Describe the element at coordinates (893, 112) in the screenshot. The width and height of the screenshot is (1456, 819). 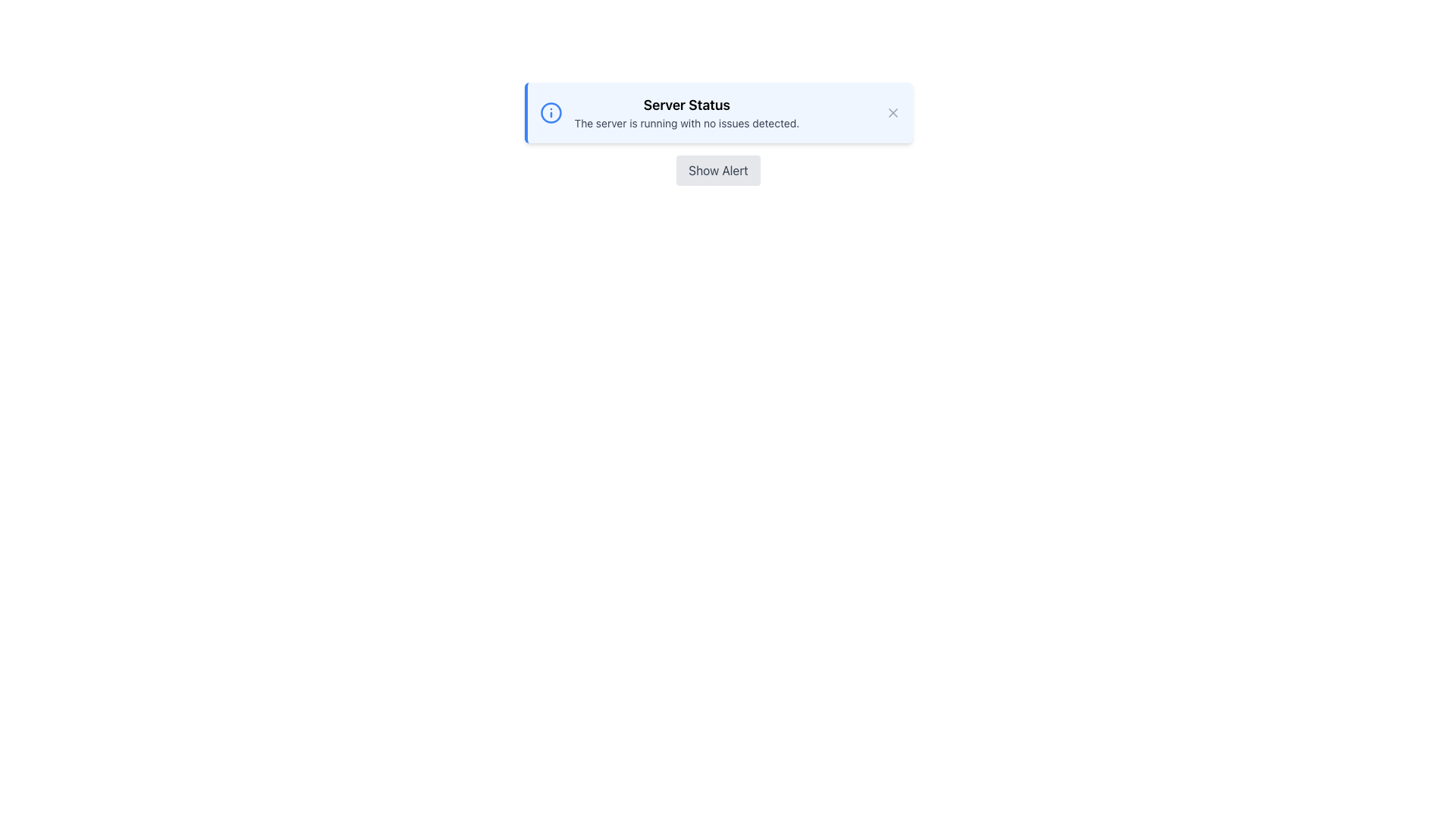
I see `the close button styled as an 'X' icon located in the top-right corner of the notification panel` at that location.